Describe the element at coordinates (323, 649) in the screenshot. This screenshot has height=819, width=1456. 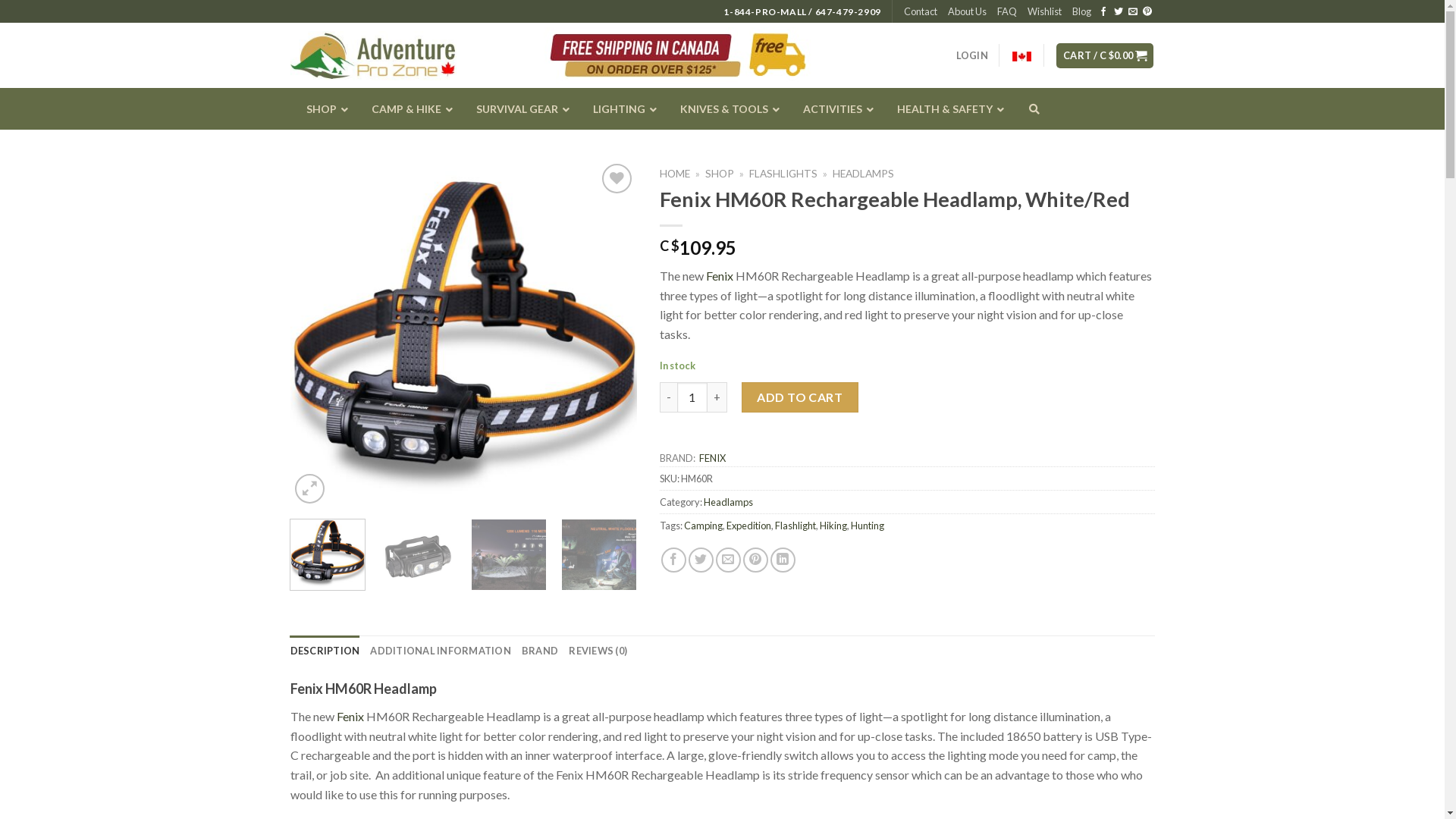
I see `'DESCRIPTION'` at that location.